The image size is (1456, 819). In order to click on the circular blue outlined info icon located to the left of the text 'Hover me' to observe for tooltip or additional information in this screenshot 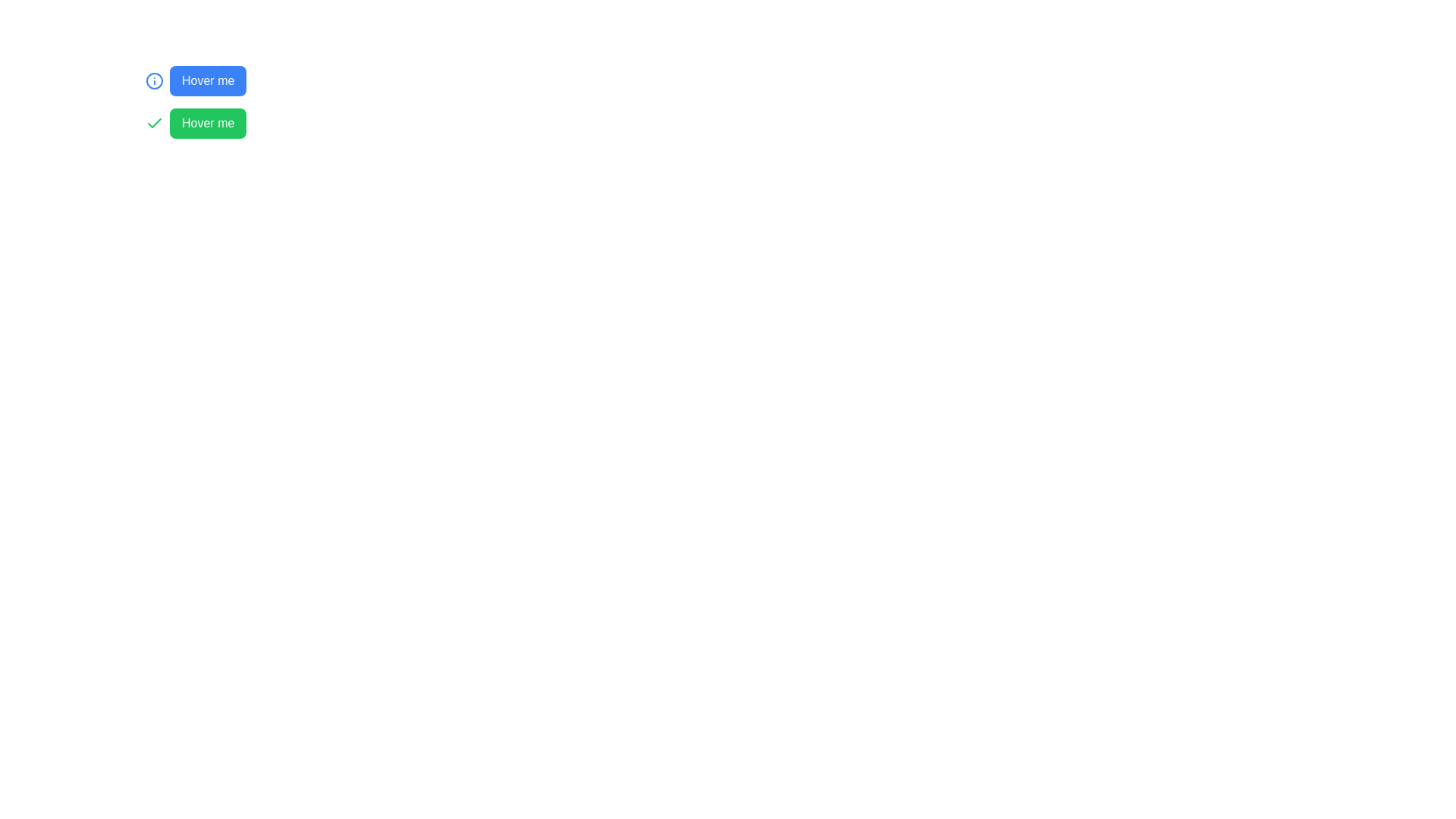, I will do `click(154, 81)`.